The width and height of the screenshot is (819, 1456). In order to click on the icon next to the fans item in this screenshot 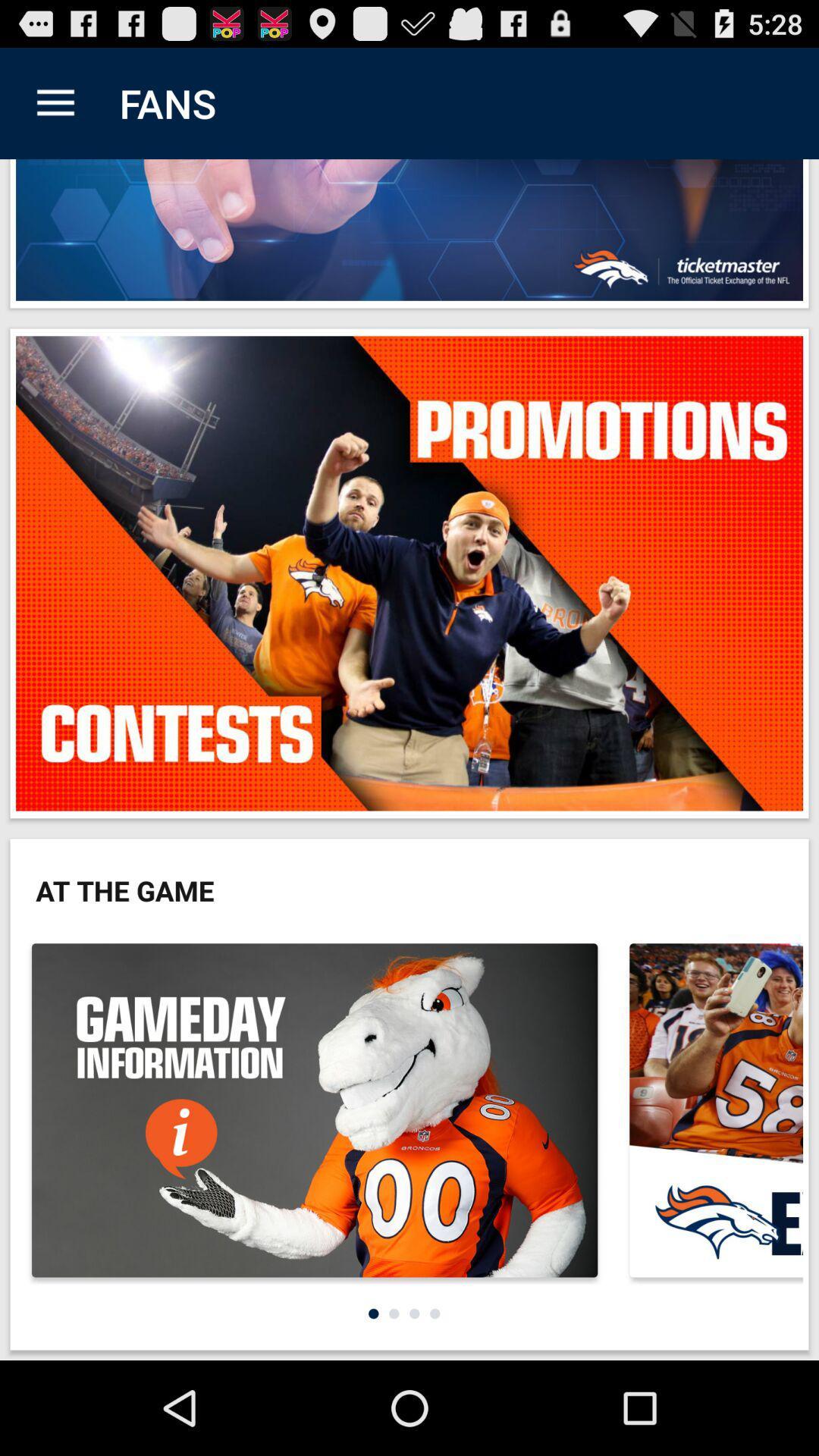, I will do `click(55, 102)`.